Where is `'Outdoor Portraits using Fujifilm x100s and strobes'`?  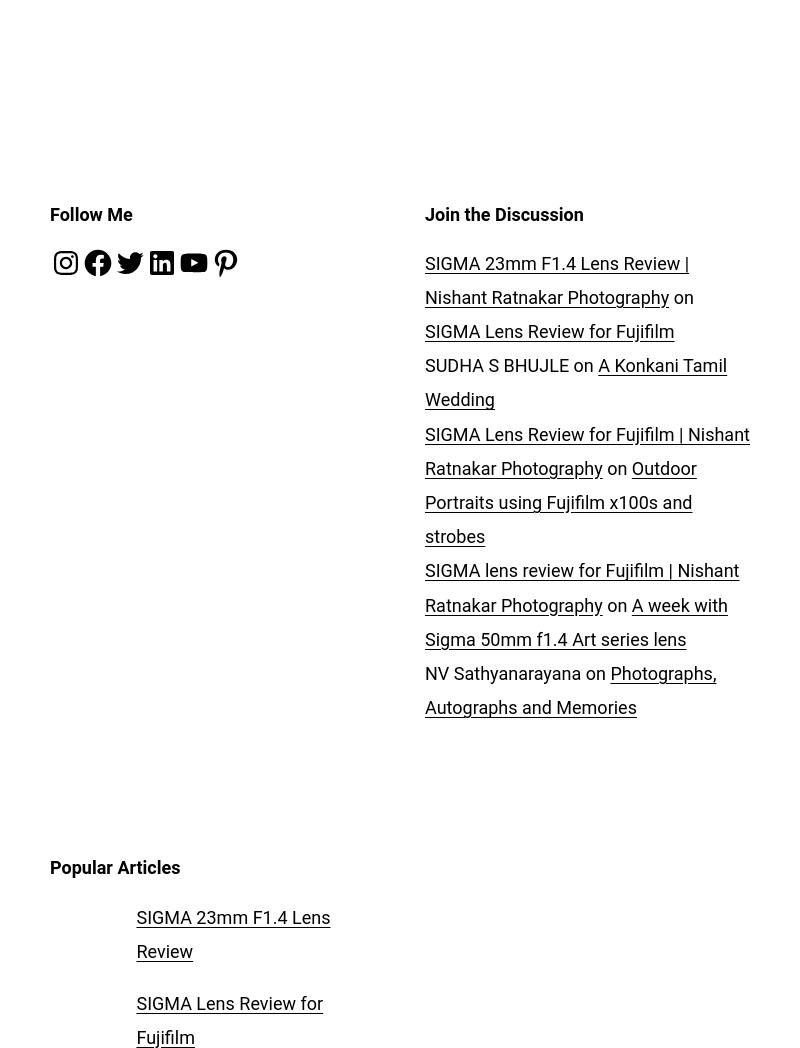 'Outdoor Portraits using Fujifilm x100s and strobes' is located at coordinates (560, 501).